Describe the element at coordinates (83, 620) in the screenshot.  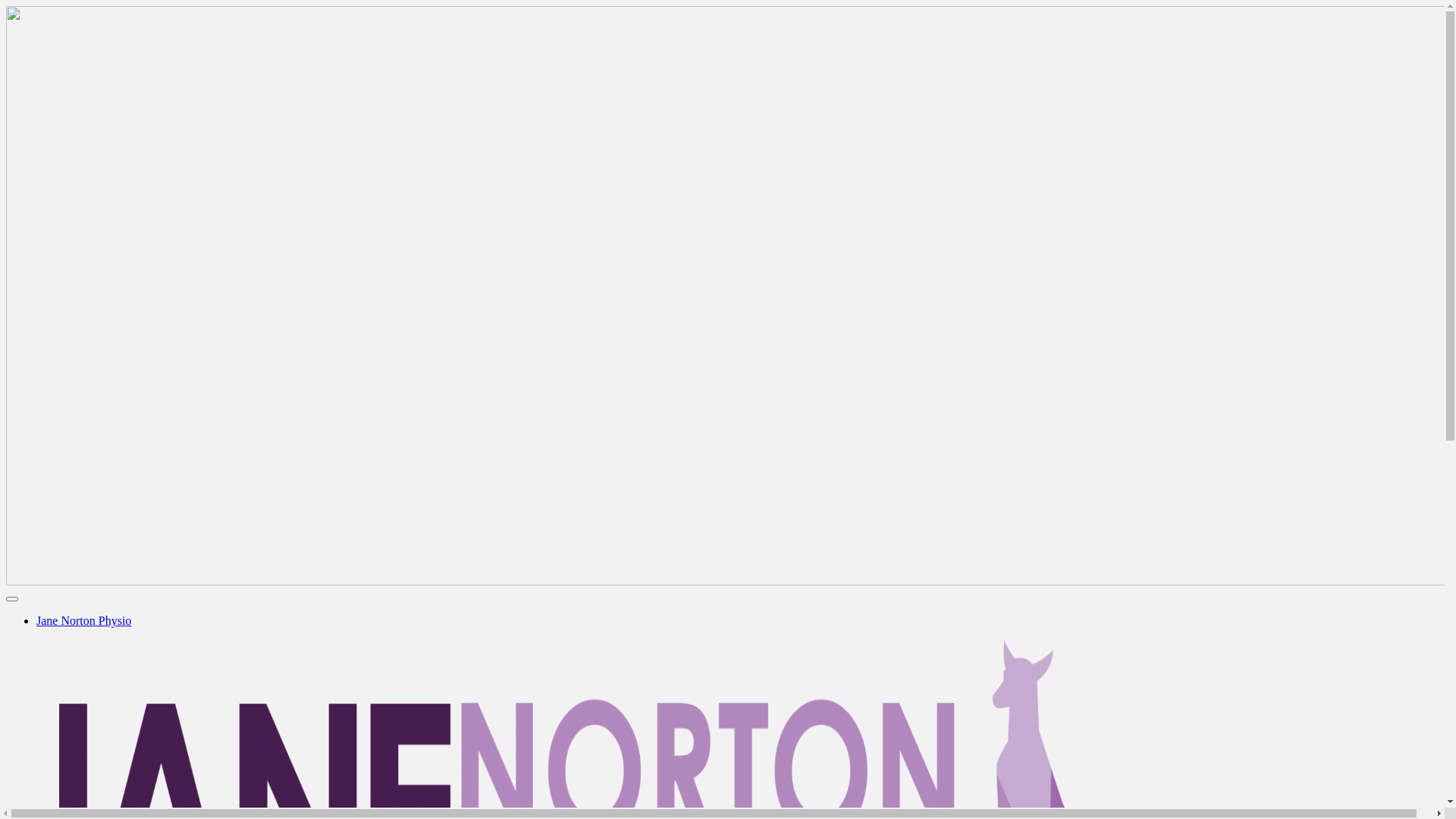
I see `'Jane Norton Physio'` at that location.